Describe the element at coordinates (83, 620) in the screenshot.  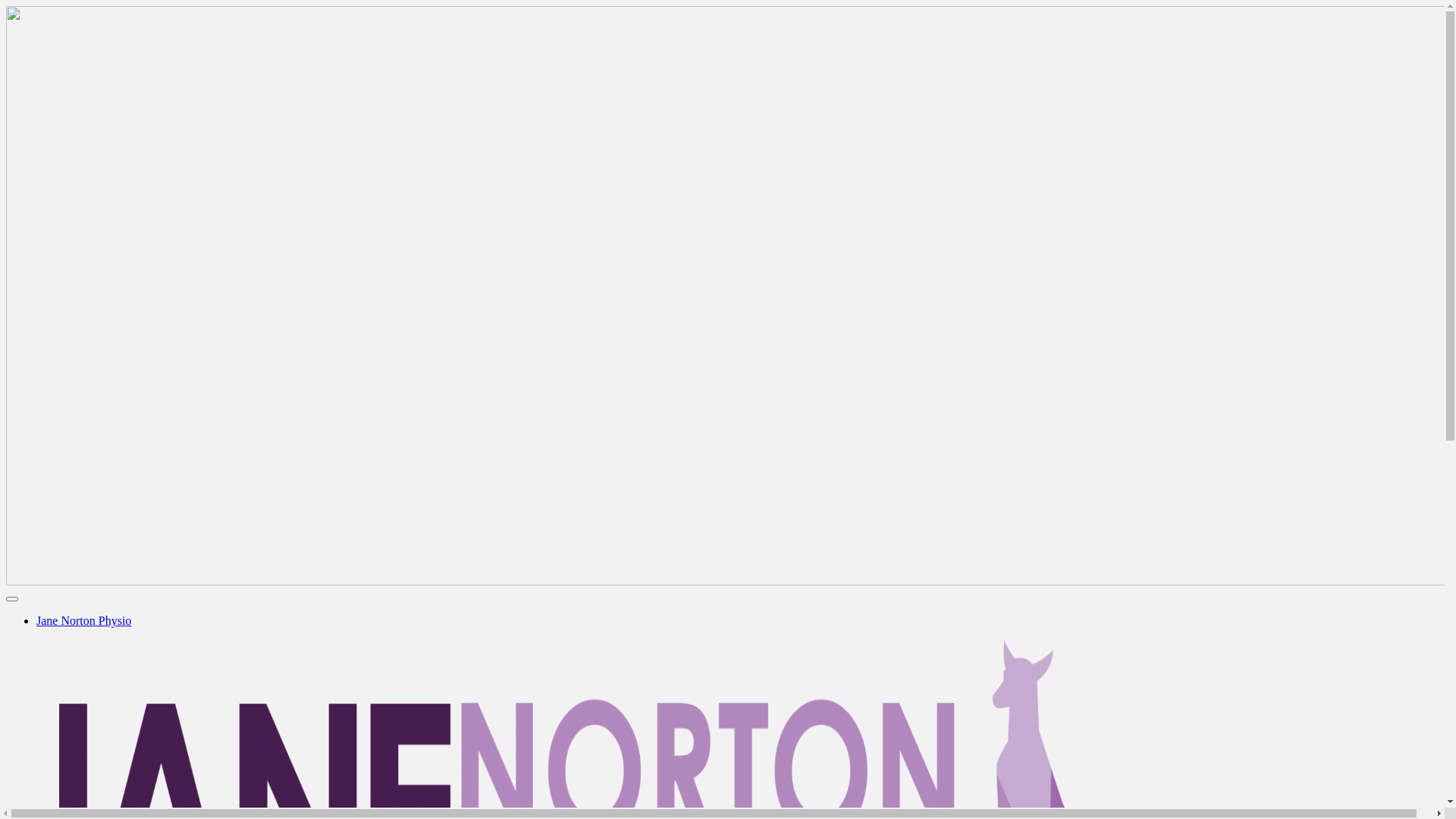
I see `'Jane Norton Physio'` at that location.